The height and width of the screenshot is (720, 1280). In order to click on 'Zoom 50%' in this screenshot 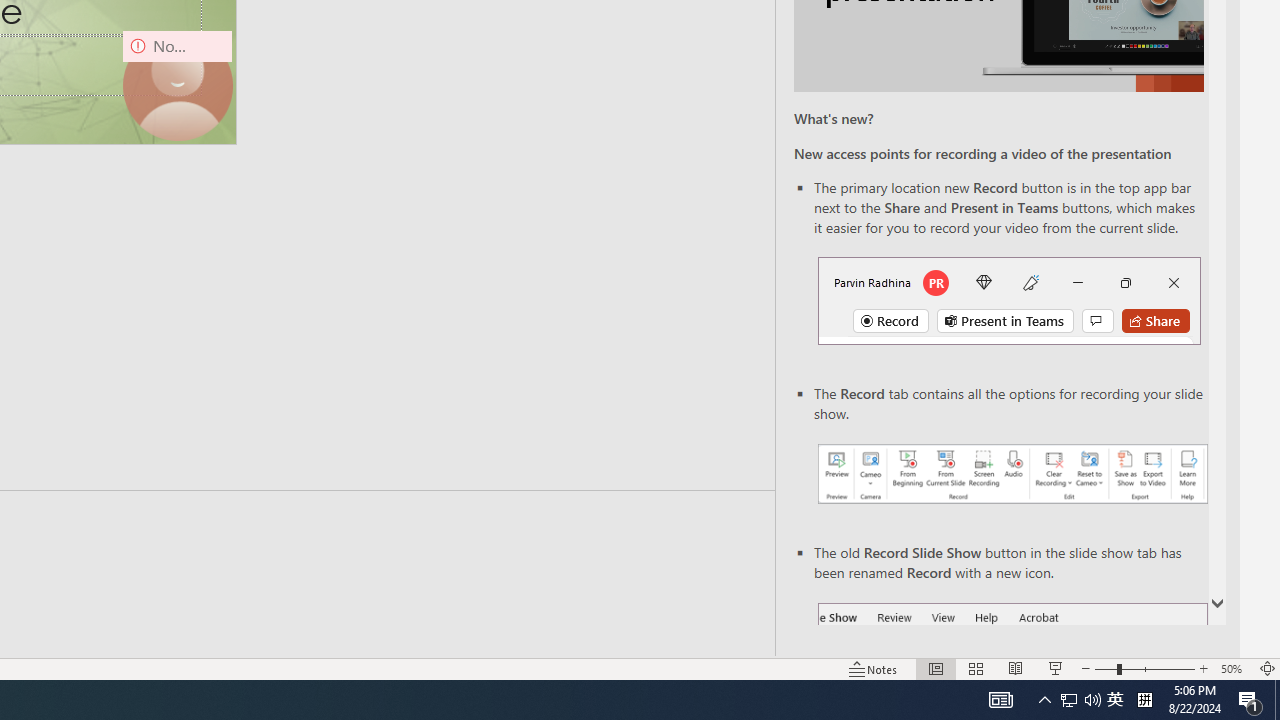, I will do `click(1233, 669)`.